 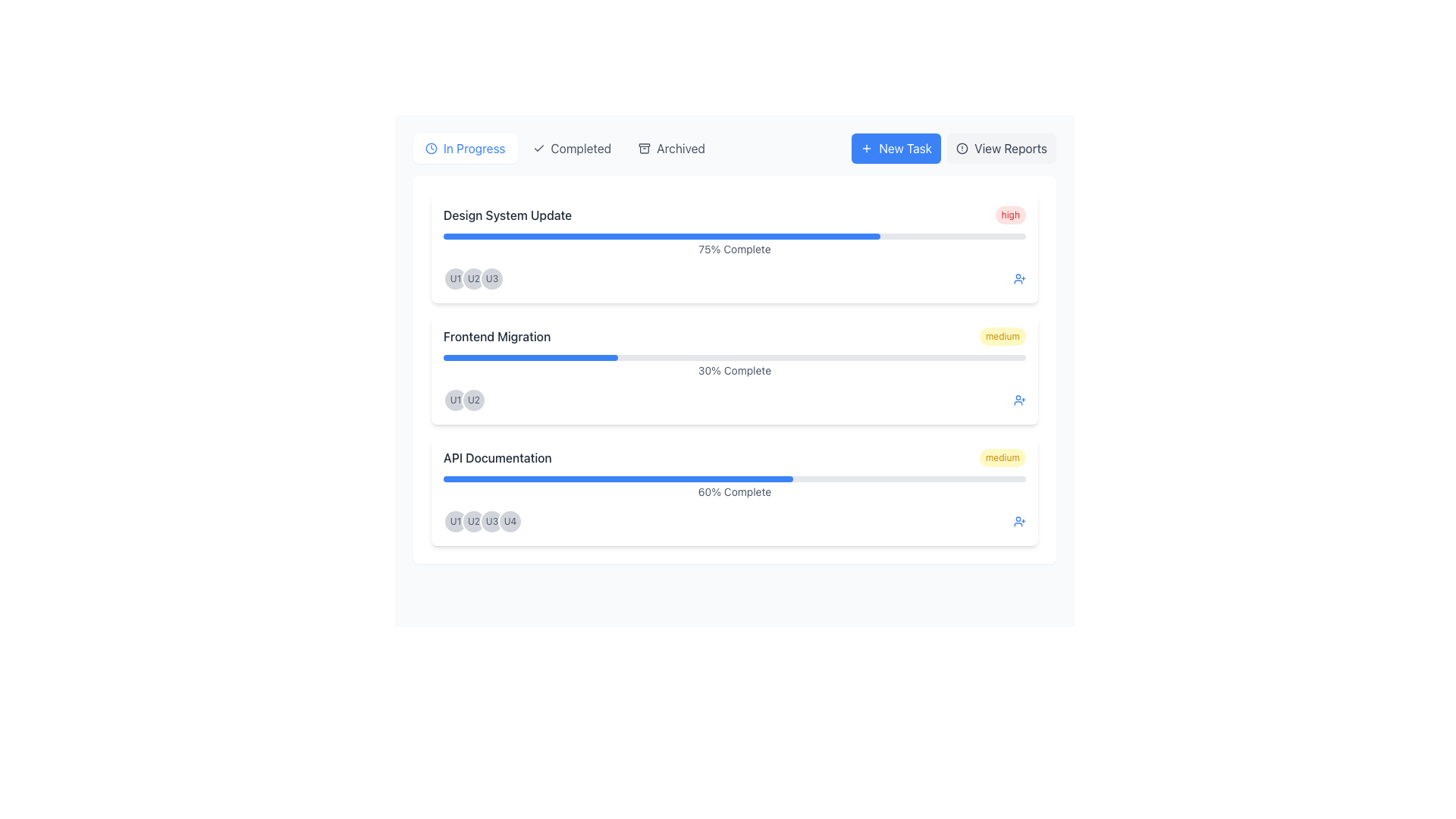 What do you see at coordinates (454, 400) in the screenshot?
I see `the first circular badge labeled 'U1' with a light gray background and white border located at the bottom of the 'Frontend Migration' card to interact with it` at bounding box center [454, 400].